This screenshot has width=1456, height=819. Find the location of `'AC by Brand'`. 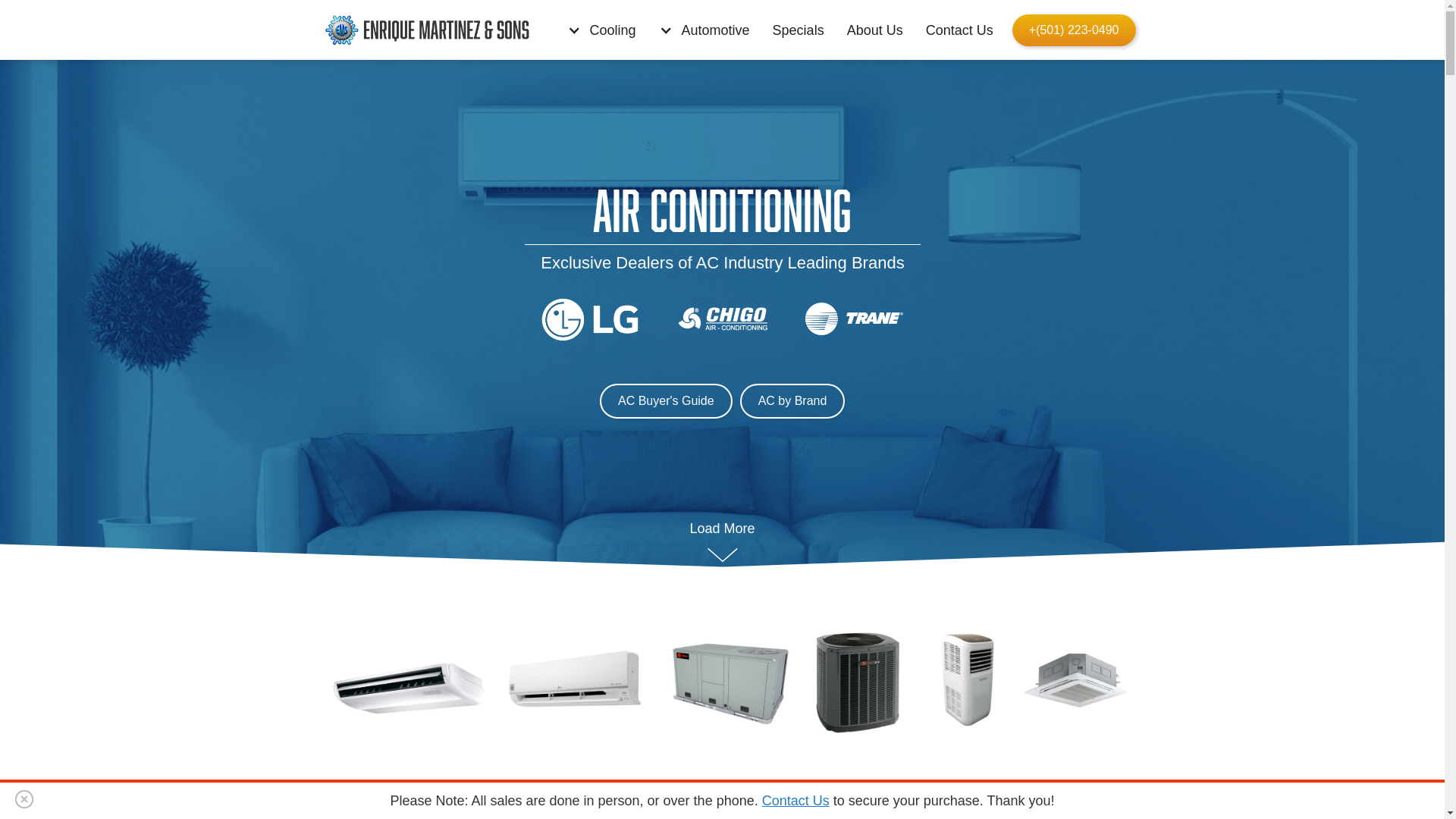

'AC by Brand' is located at coordinates (791, 400).